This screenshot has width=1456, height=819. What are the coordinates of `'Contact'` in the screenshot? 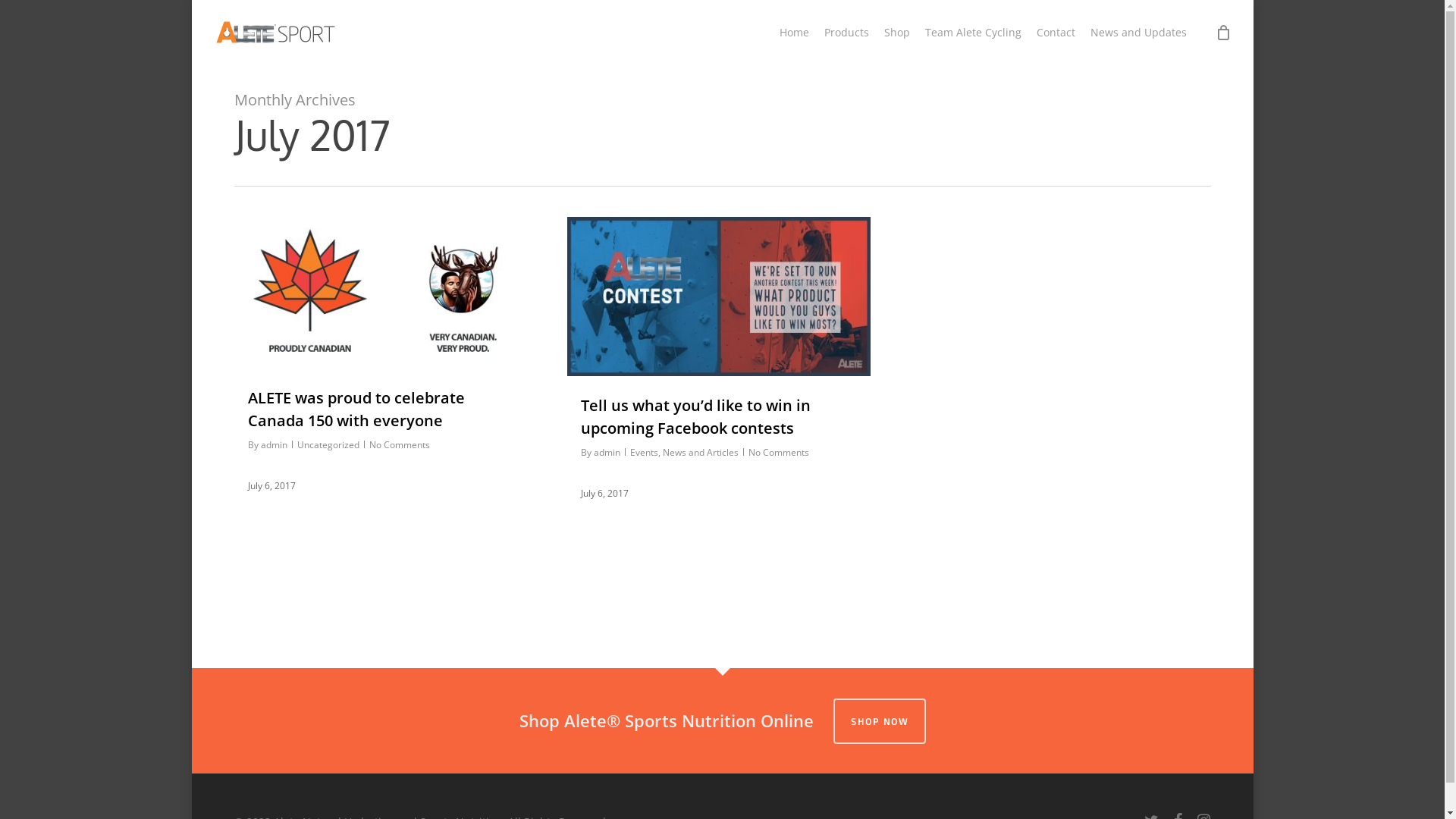 It's located at (1054, 32).